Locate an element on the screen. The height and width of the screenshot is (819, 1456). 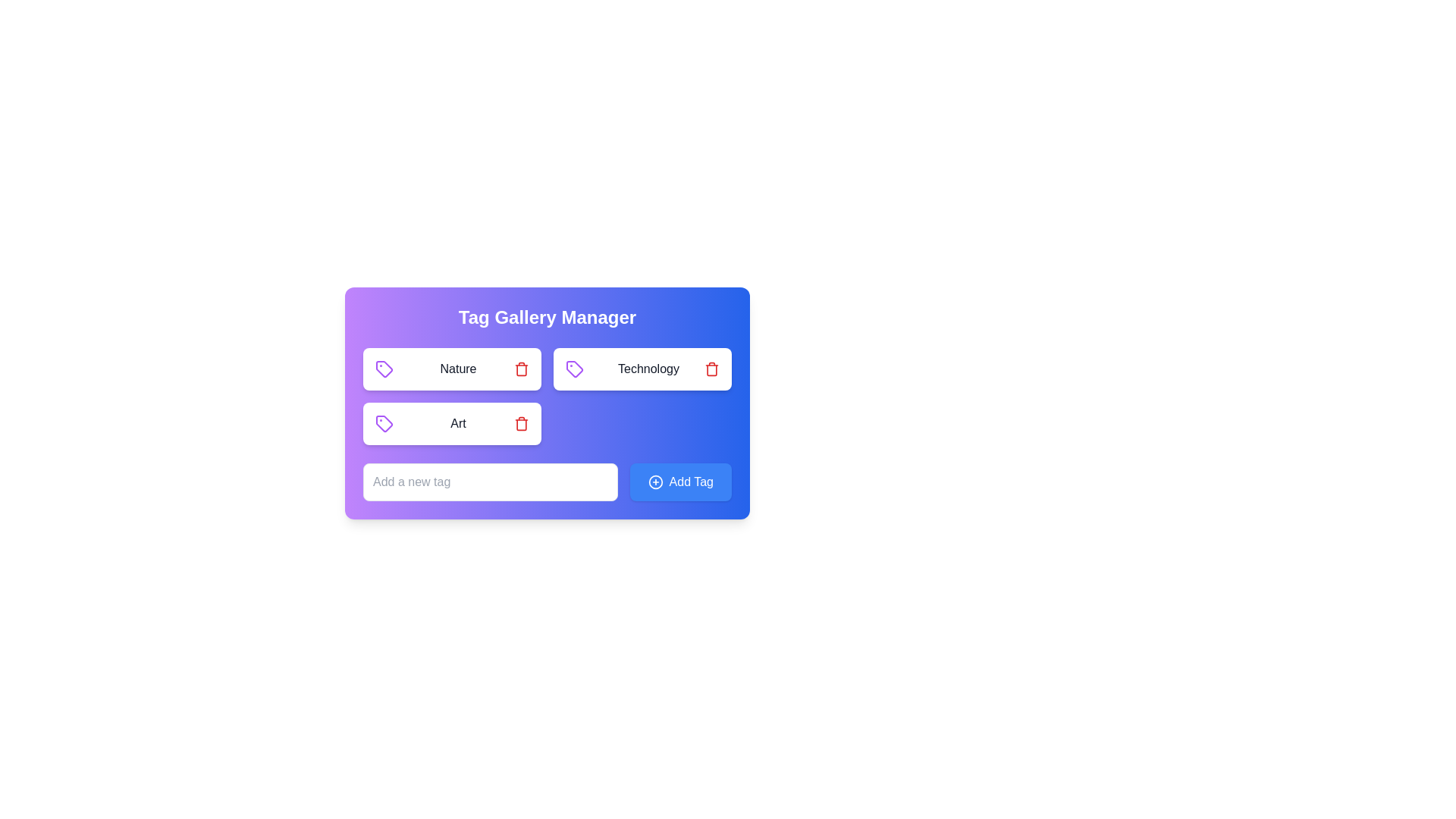
the text label displaying 'Art' in a black font, located between an icon and a red delete button within the 'Tag Gallery Manager' section is located at coordinates (457, 424).